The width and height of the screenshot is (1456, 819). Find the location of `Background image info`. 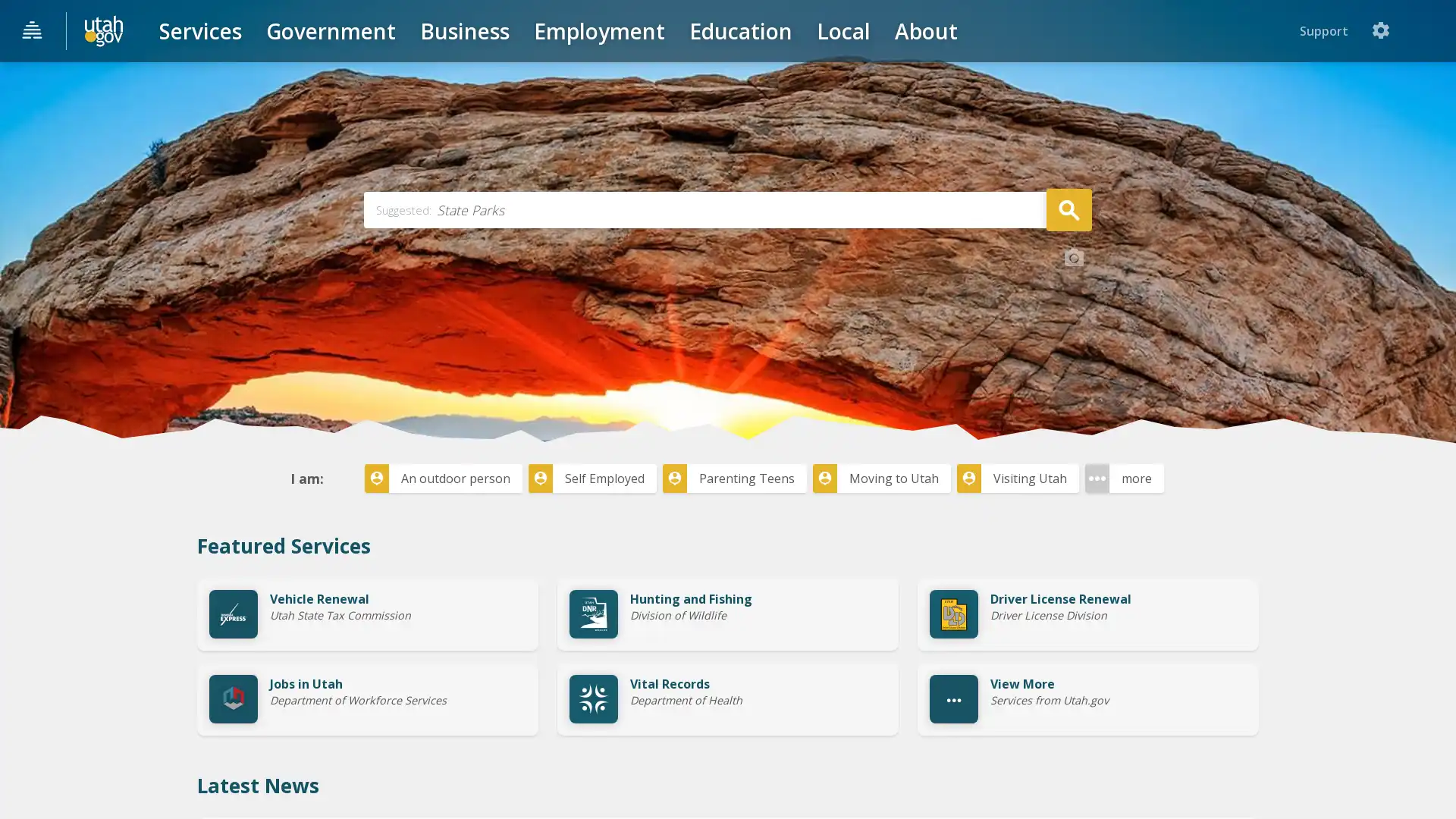

Background image info is located at coordinates (1073, 371).